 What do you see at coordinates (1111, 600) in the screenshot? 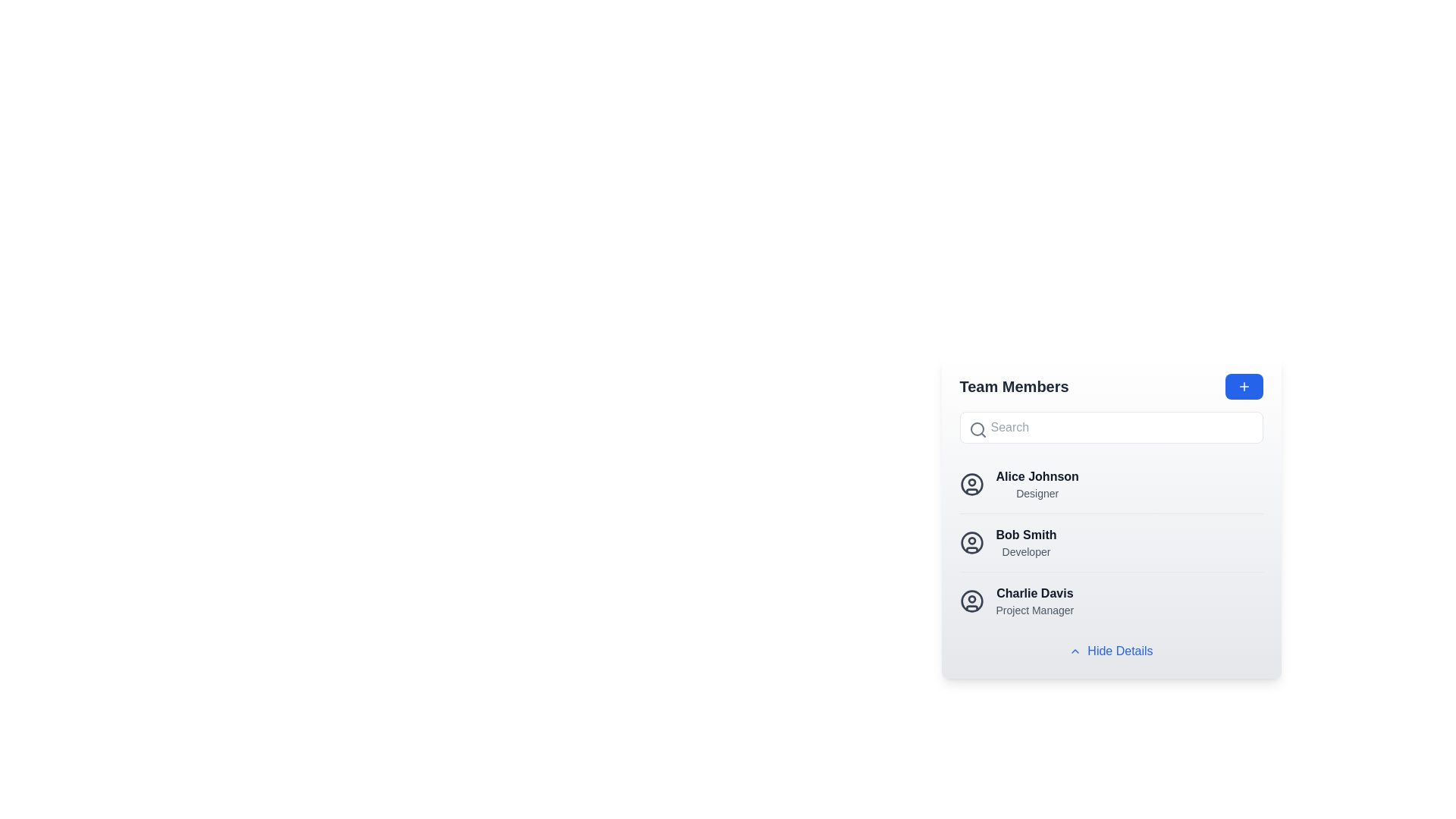
I see `the third list item in the 'Team Members' card that provides information about a team member, including their name and designation` at bounding box center [1111, 600].